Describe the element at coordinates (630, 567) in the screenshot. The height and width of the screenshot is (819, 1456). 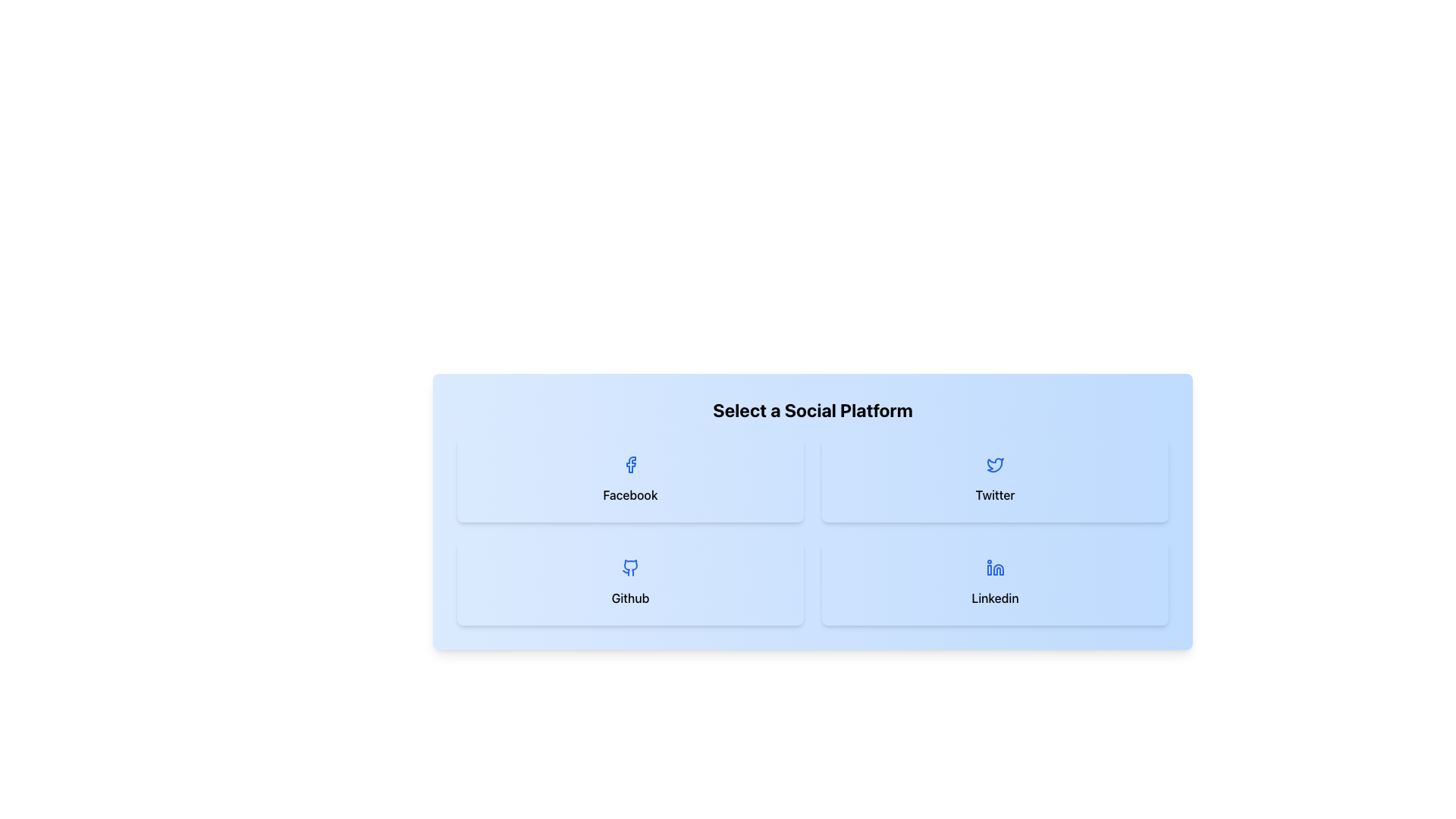
I see `the GitHub icon located in the second row, first column of the social platforms layout` at that location.